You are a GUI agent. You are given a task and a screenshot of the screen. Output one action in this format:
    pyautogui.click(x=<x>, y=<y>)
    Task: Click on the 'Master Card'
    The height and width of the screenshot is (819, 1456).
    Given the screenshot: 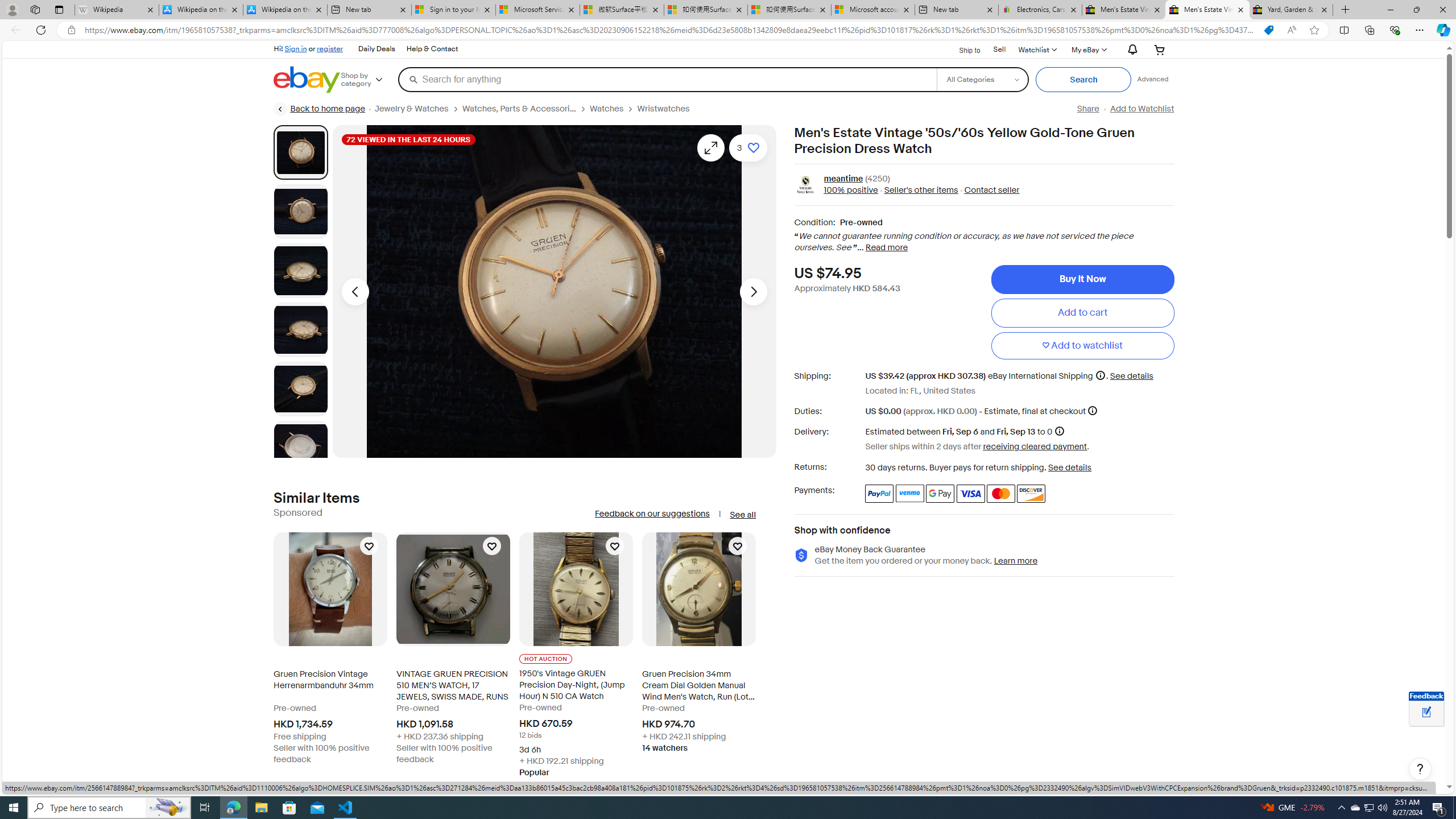 What is the action you would take?
    pyautogui.click(x=999, y=493)
    